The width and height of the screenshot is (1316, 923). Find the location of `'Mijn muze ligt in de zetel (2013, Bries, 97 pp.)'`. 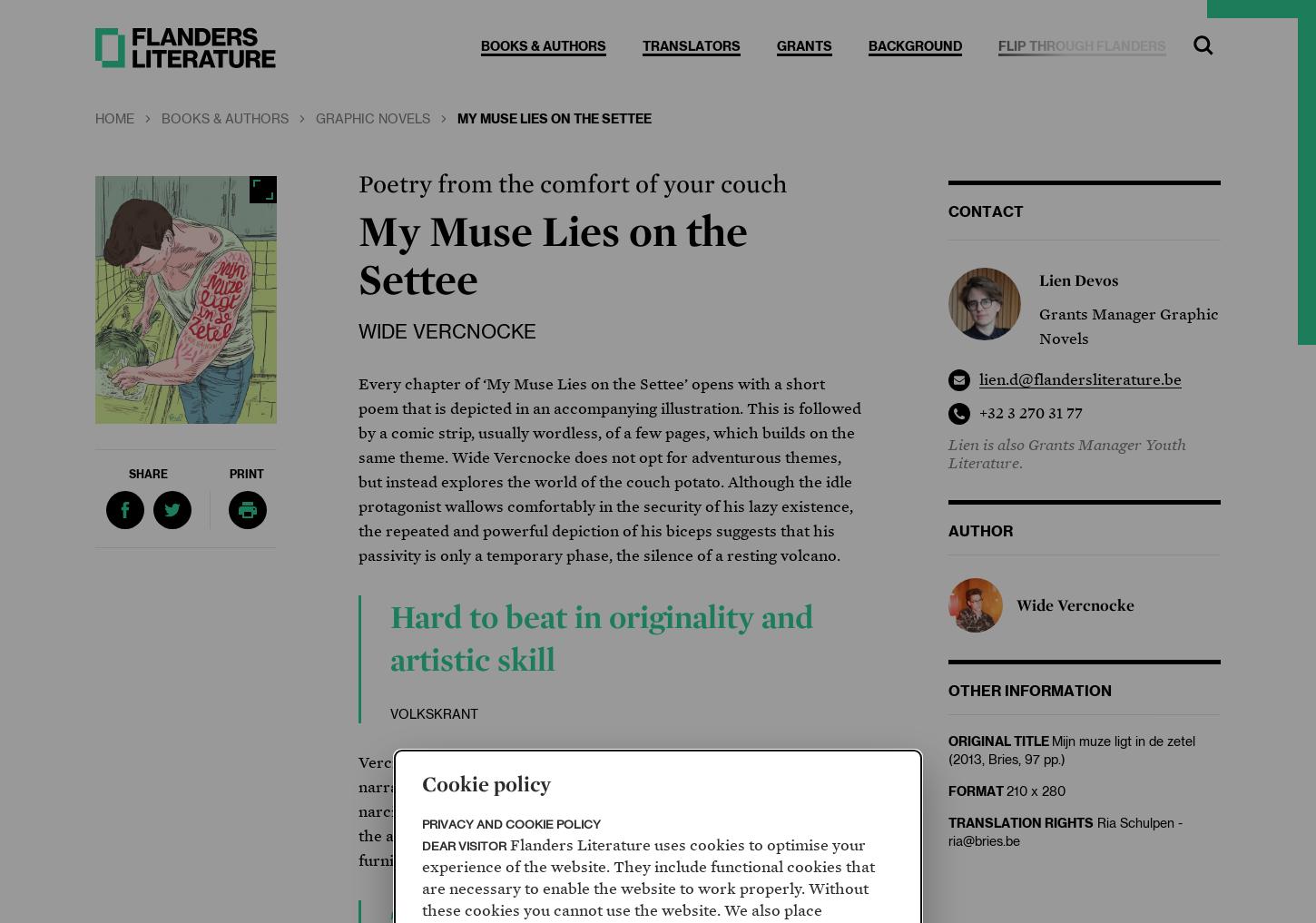

'Mijn muze ligt in de zetel (2013, Bries, 97 pp.)' is located at coordinates (1071, 751).